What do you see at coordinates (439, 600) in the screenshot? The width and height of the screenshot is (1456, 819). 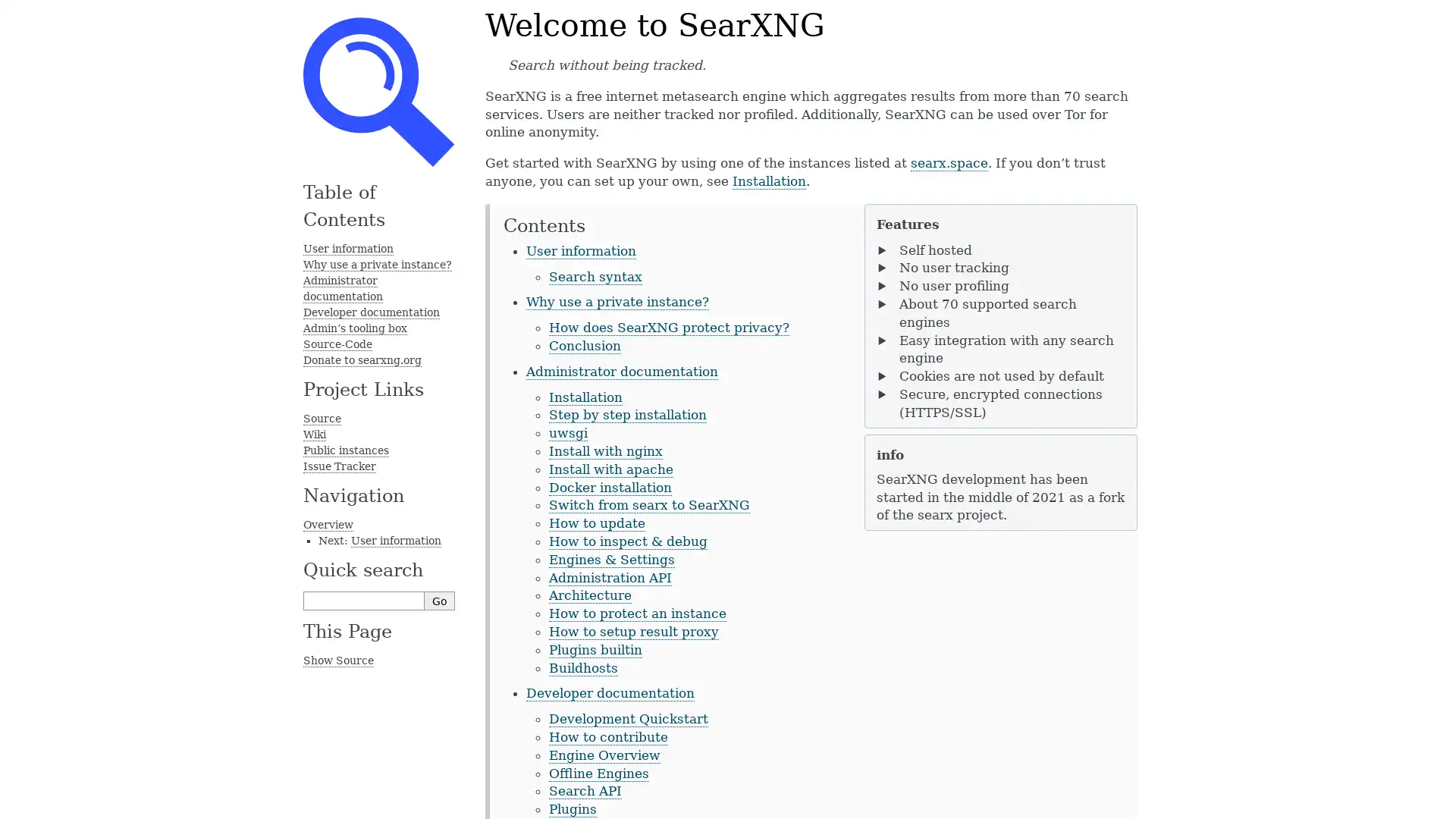 I see `Go` at bounding box center [439, 600].